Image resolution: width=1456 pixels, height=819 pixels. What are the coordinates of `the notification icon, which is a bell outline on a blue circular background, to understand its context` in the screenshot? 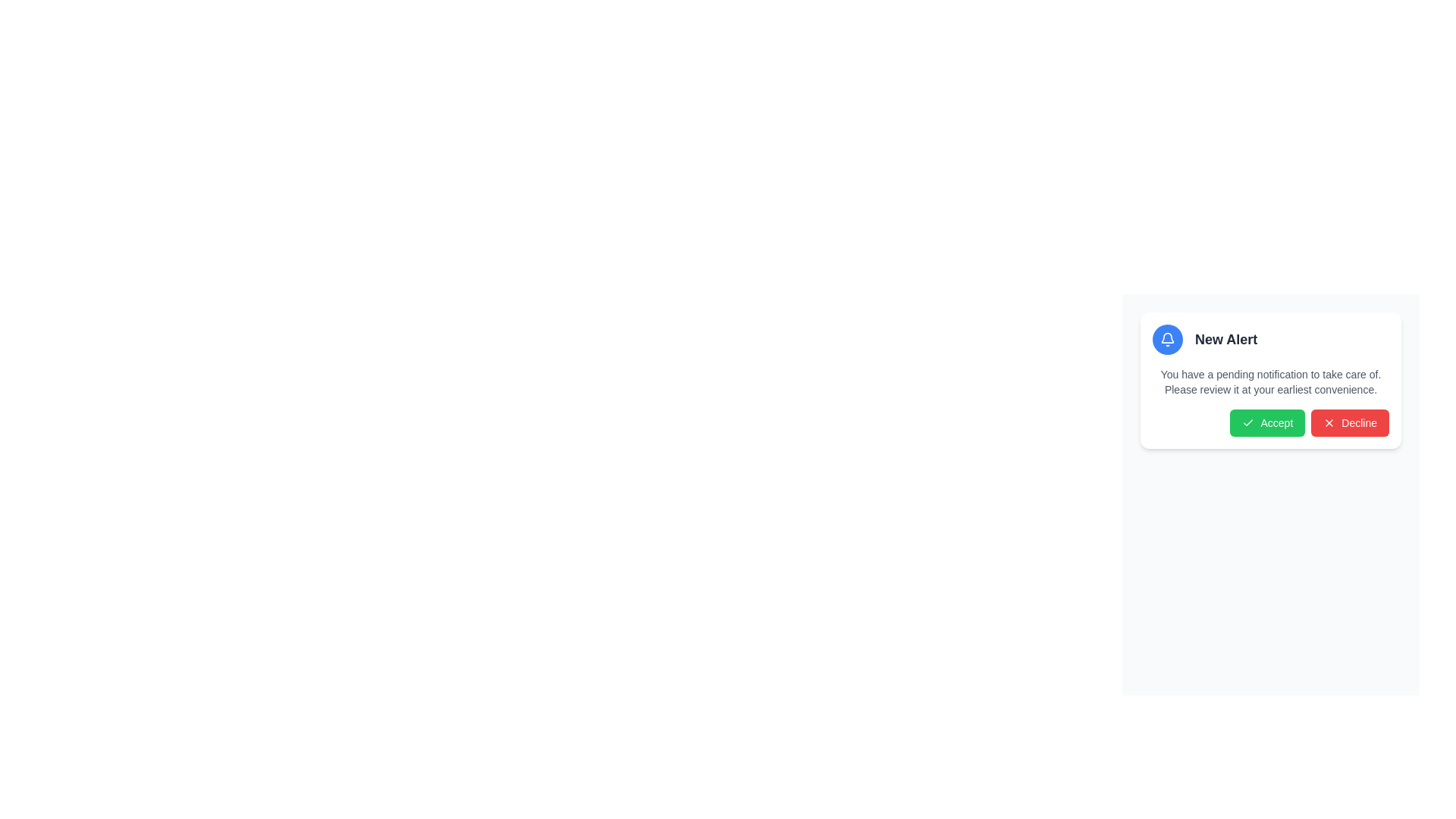 It's located at (1167, 337).